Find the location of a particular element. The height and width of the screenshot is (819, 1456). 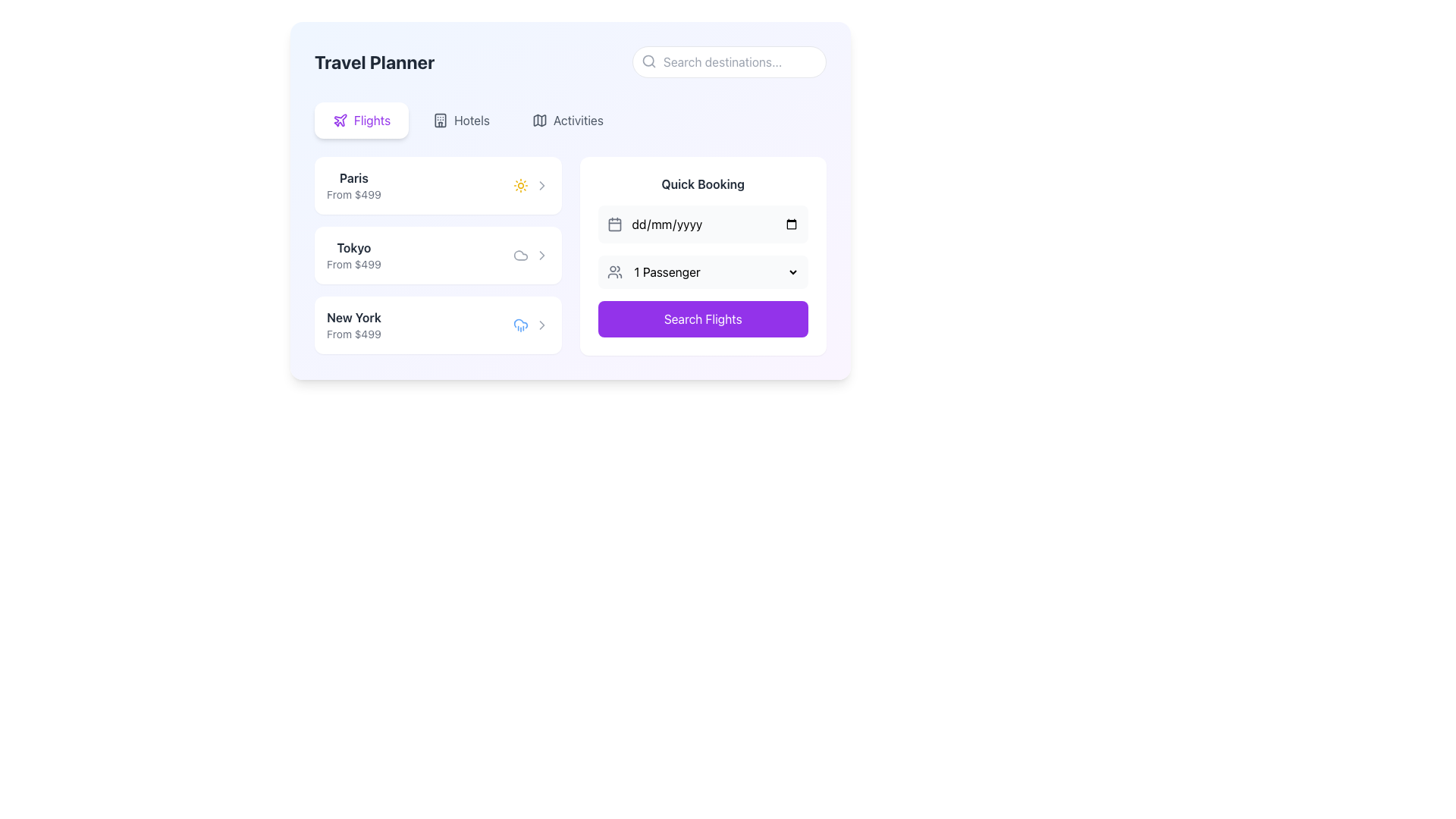

the Tokyo travel destination card, which is the second card in a vertically-stacked list of travel options is located at coordinates (437, 254).